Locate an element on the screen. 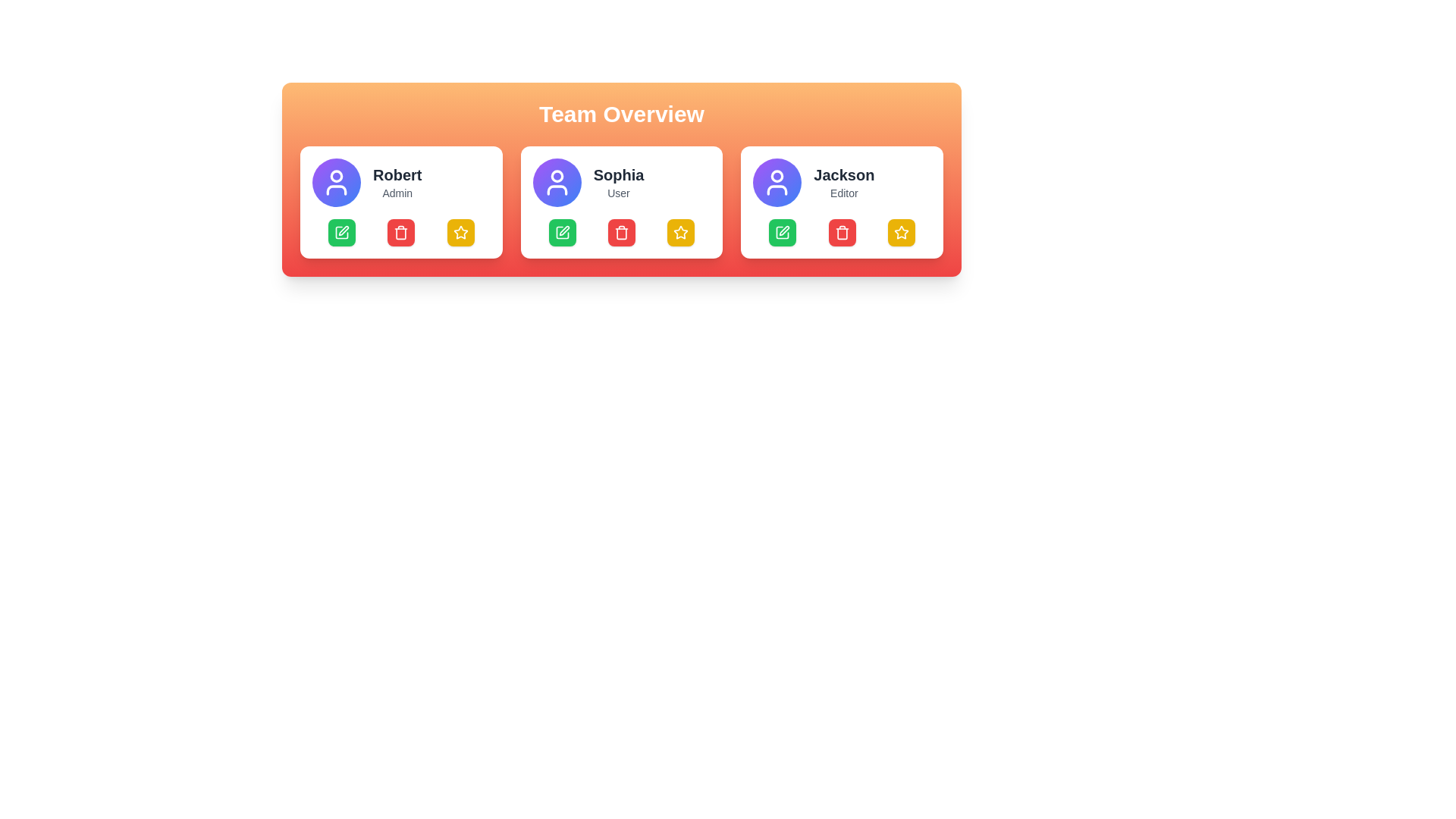 The image size is (1456, 819). the small green button with a white pen icon in the user profile card labeled 'Robert Admin' for editing functionality is located at coordinates (341, 233).